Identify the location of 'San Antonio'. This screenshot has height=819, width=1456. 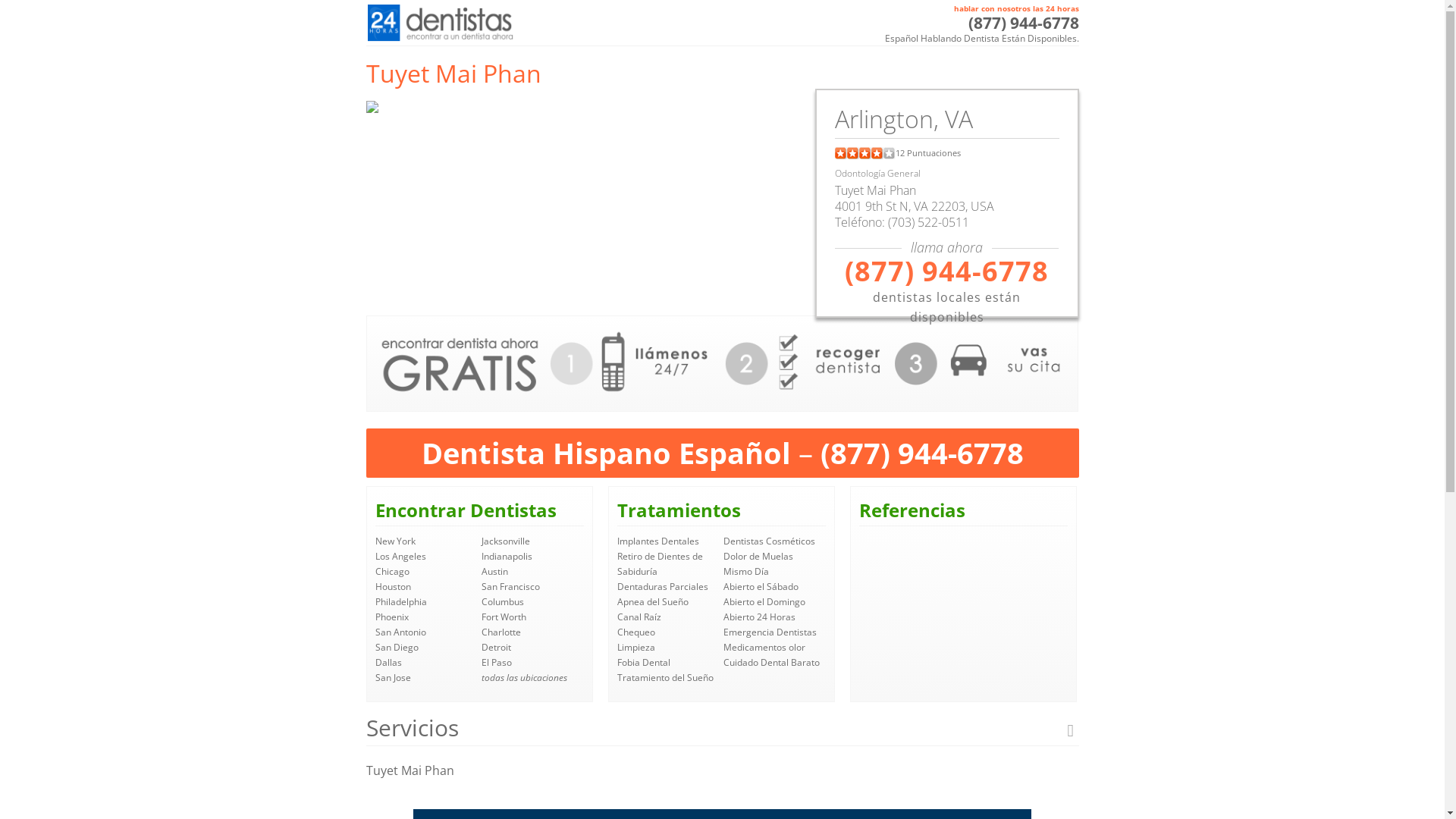
(375, 632).